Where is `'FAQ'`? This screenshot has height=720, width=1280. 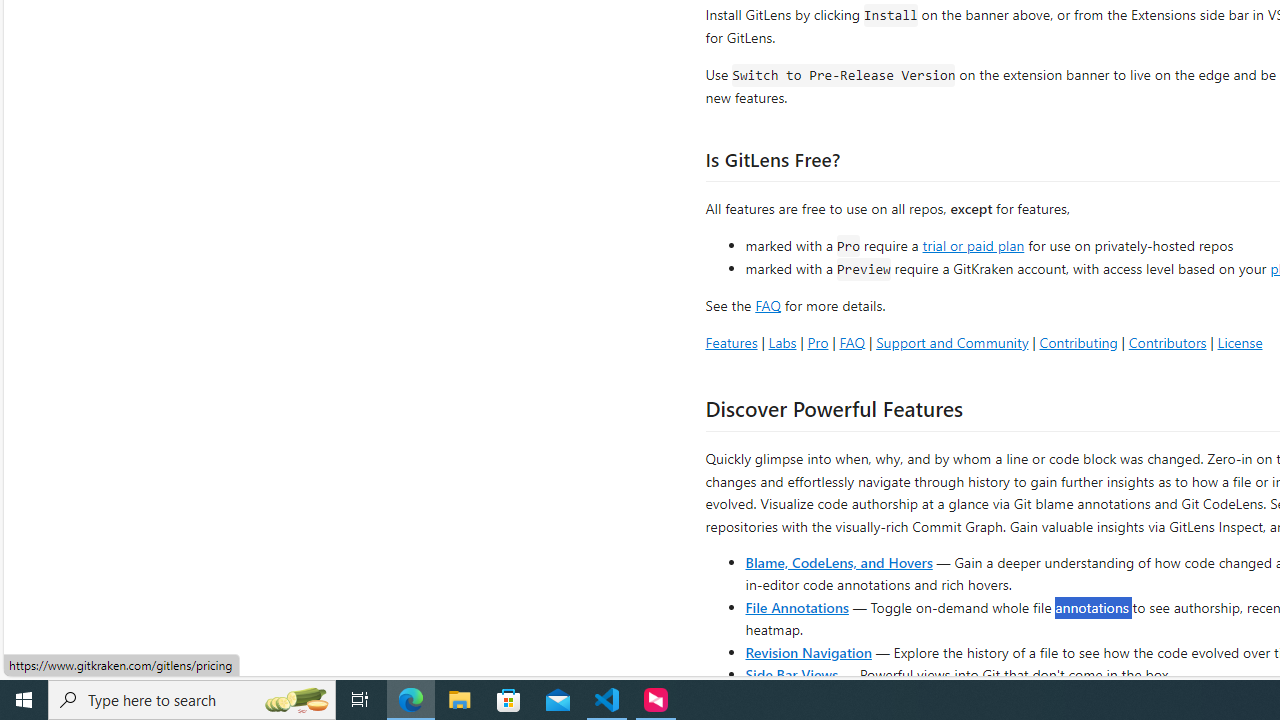 'FAQ' is located at coordinates (852, 341).